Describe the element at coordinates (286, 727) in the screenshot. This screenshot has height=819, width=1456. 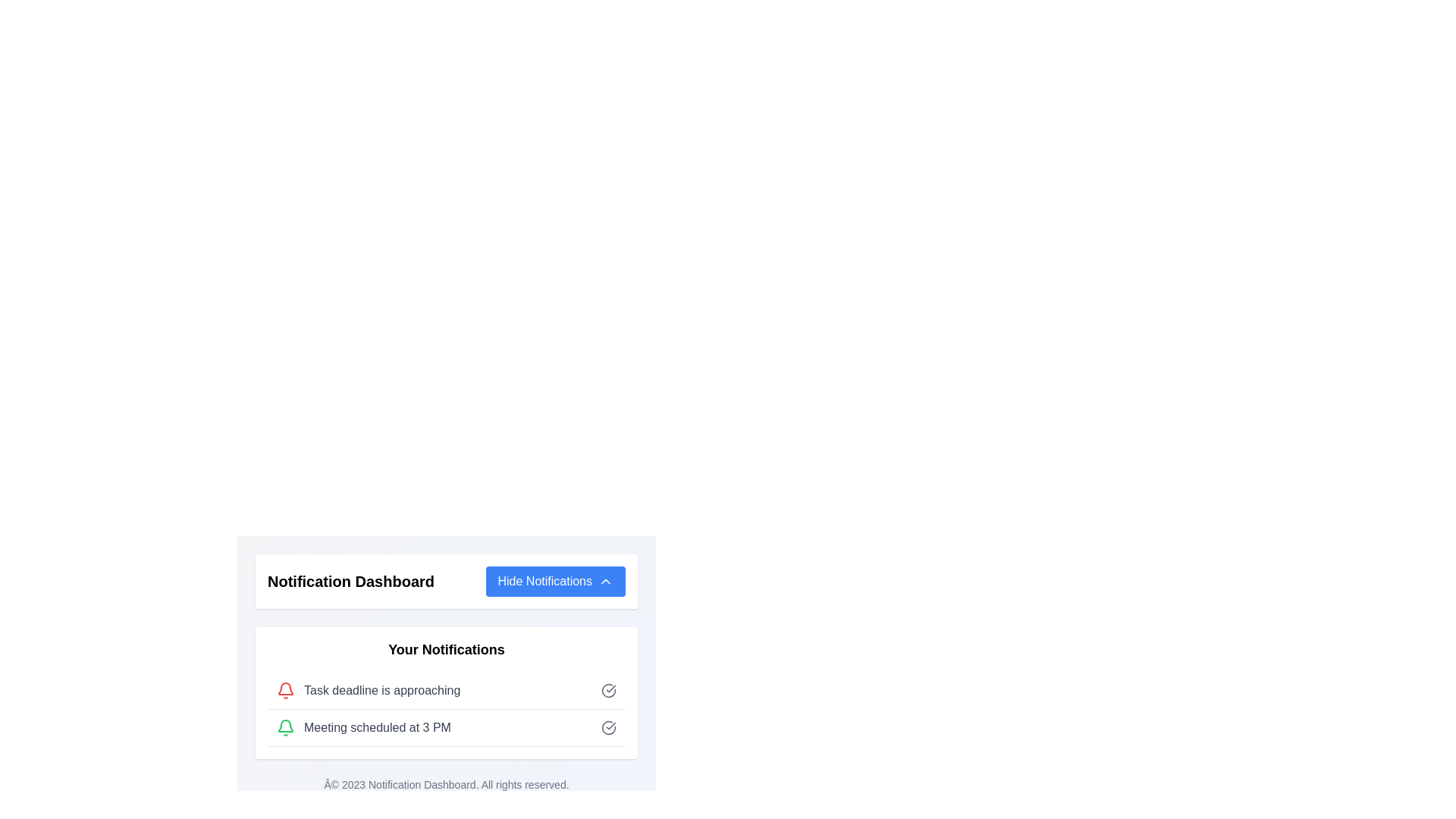
I see `the notification icon indicating a scheduled meeting, located to the left of the text 'Meeting scheduled at 3 PM'` at that location.